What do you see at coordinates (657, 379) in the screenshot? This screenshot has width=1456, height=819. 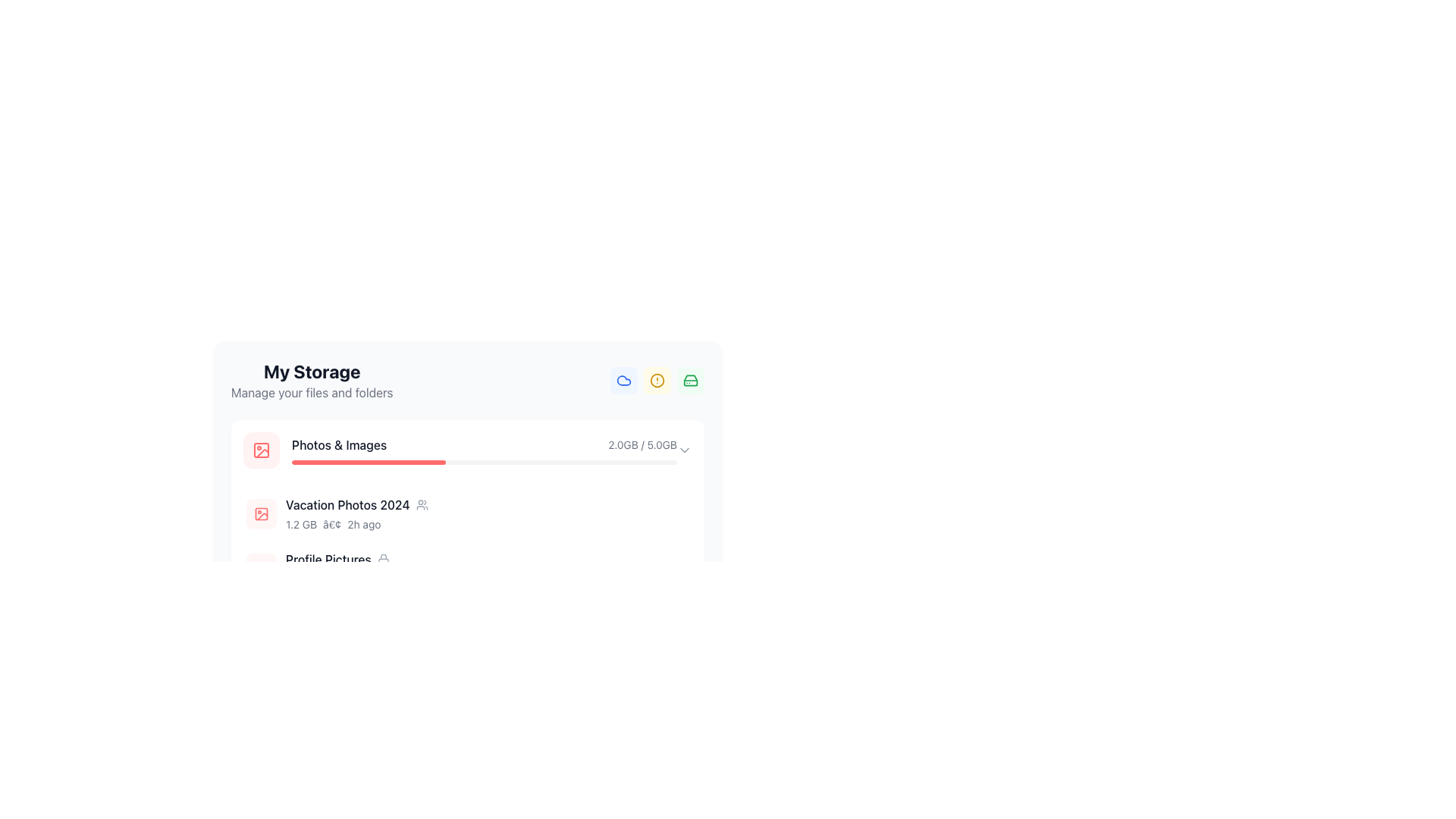 I see `the central circular icon located in the top-right corner of the interface, which is part of a group of graphical representations` at bounding box center [657, 379].